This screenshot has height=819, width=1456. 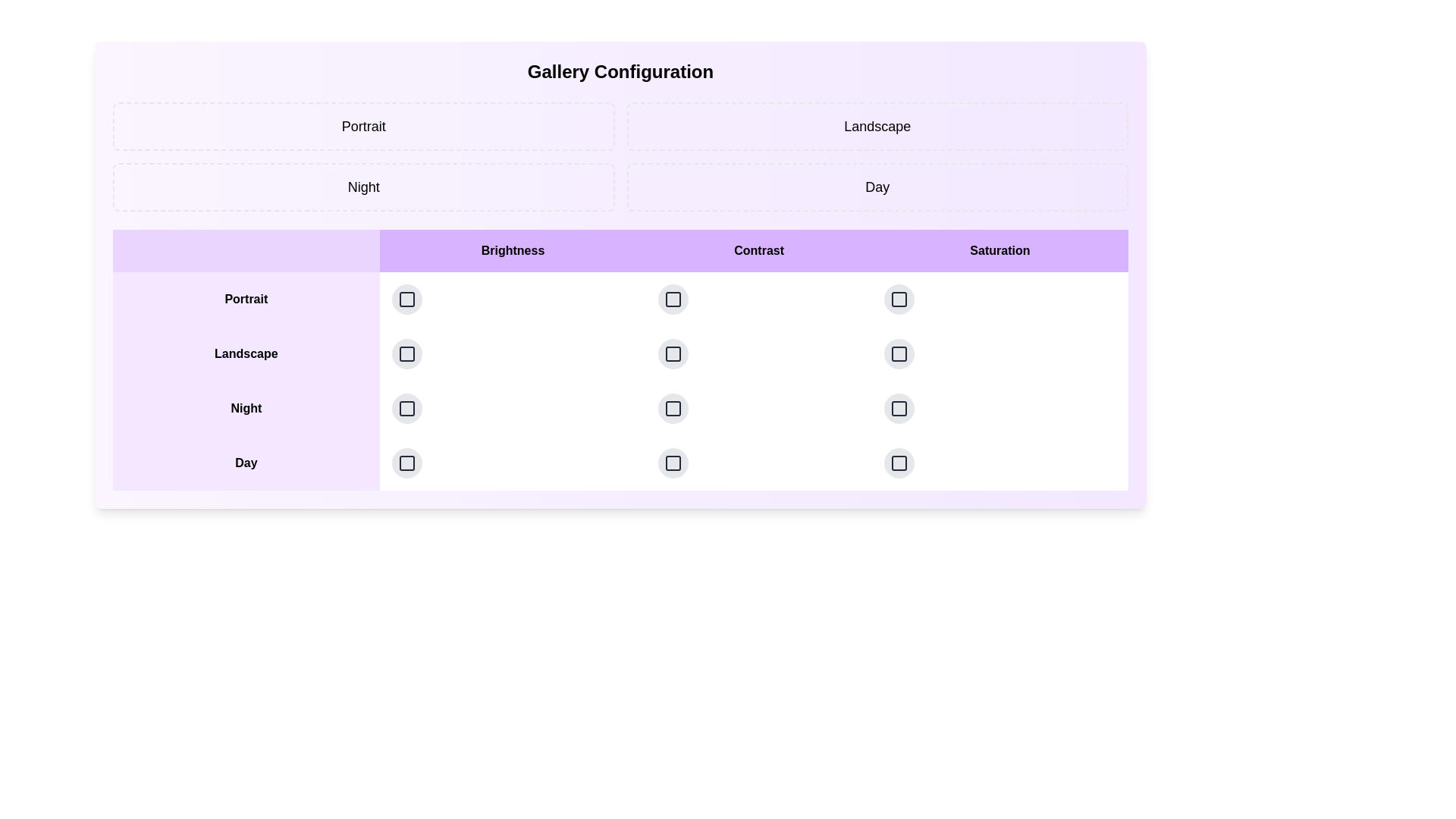 What do you see at coordinates (999, 408) in the screenshot?
I see `the button in the 'Saturation' column of the 'Night' row` at bounding box center [999, 408].